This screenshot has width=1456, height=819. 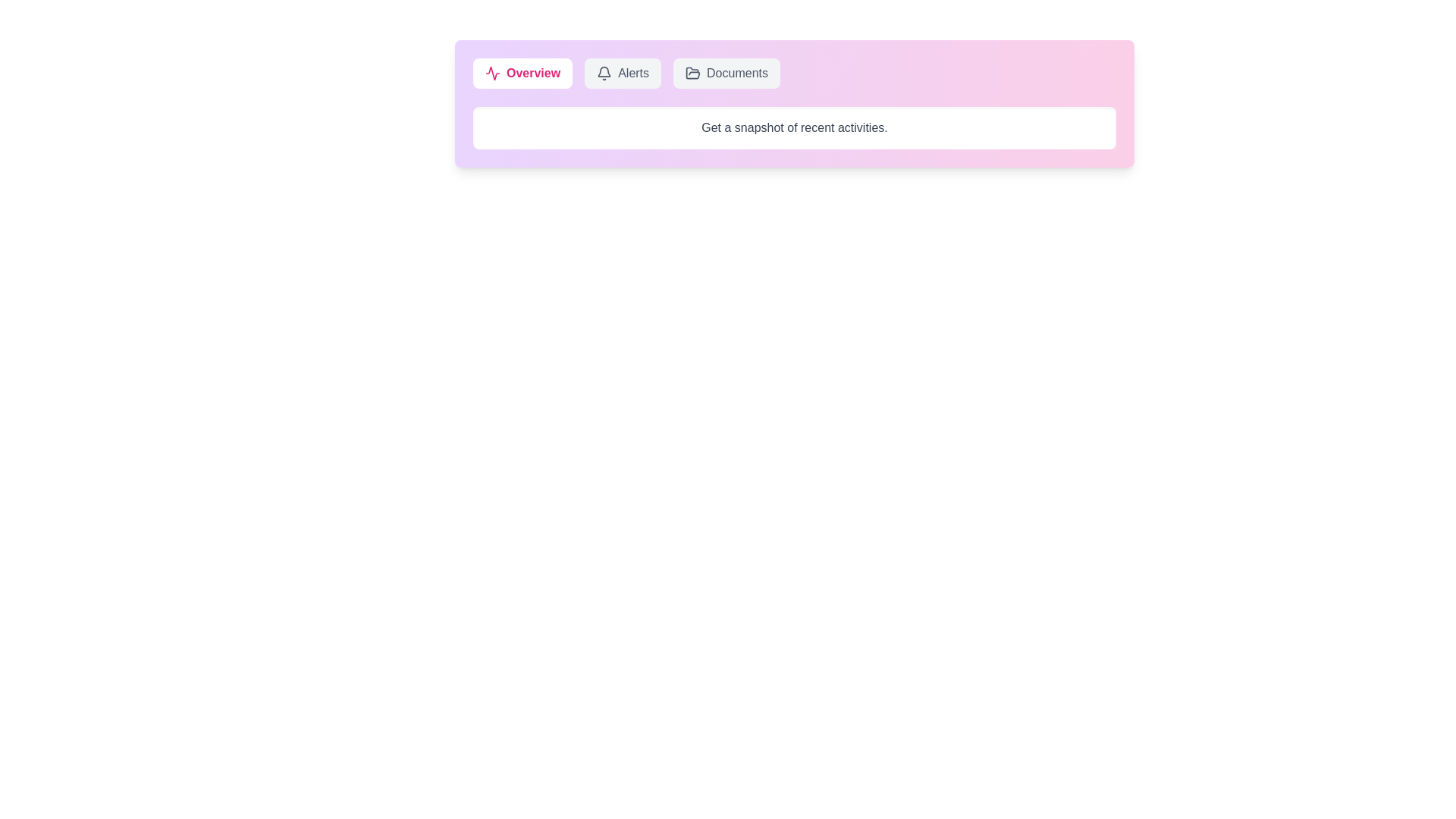 I want to click on the Documents tab to view its content, so click(x=726, y=73).